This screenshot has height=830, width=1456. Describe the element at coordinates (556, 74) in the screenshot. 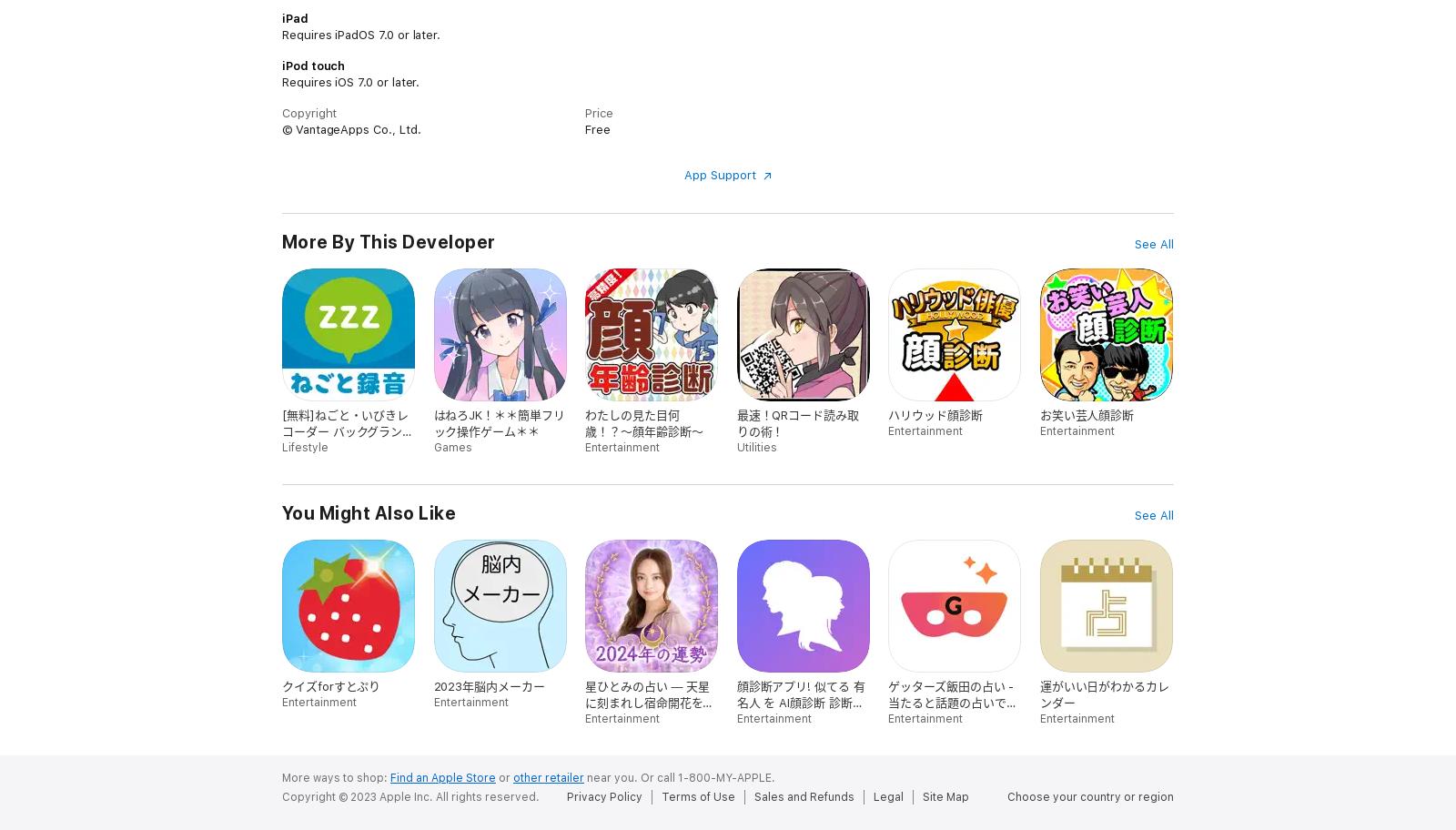

I see `'2. If you are doing a celebrity checkup, choose the gender: female, male, or neutral. (By choosing neutral you allow celebrities of both genders to become search targets.)'` at that location.